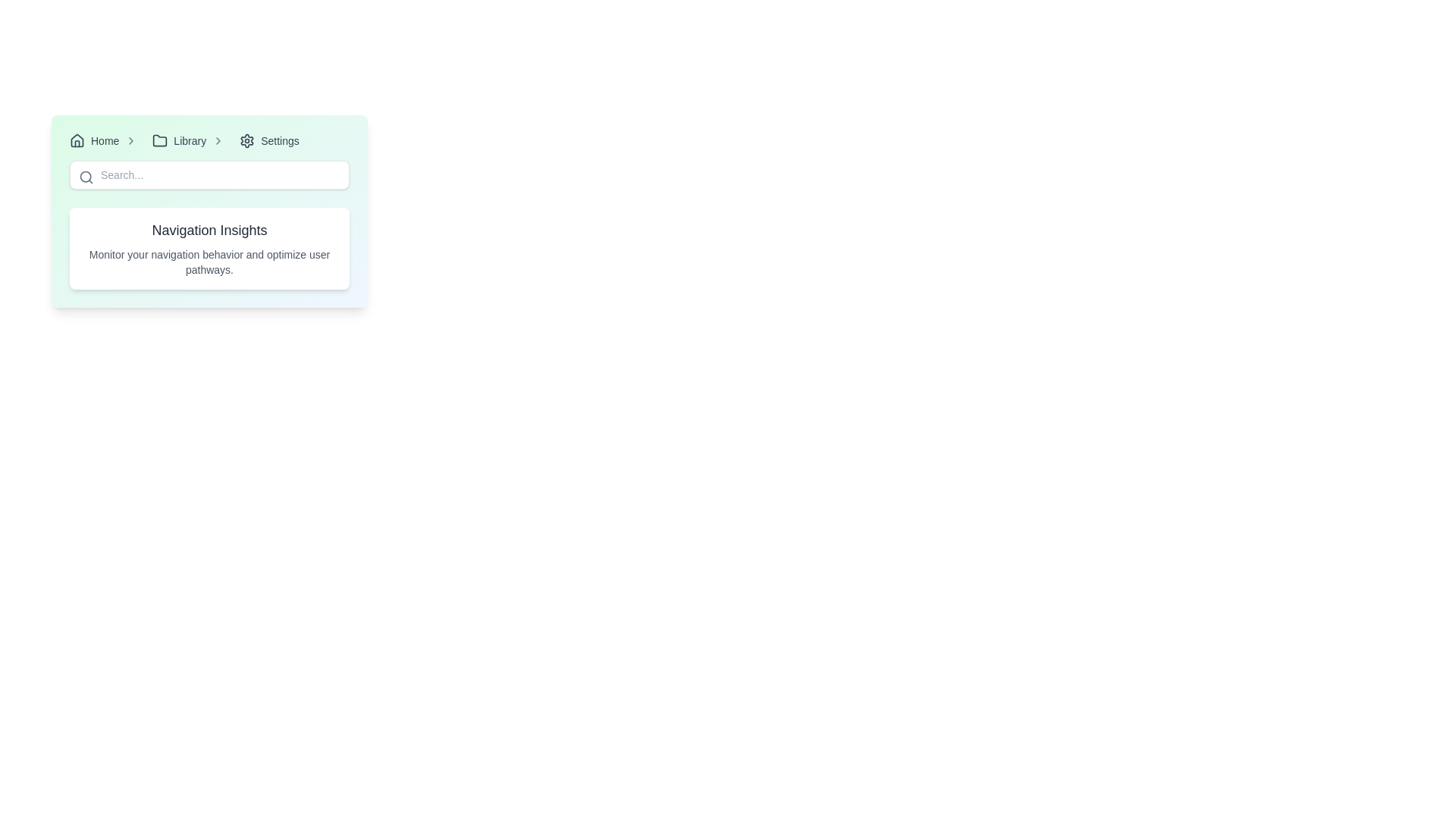 This screenshot has width=1456, height=819. Describe the element at coordinates (247, 140) in the screenshot. I see `the settings icon located in the navigation bar, positioned to the right of the 'Library' breadcrumb and adjacent to the 'Settings' label` at that location.